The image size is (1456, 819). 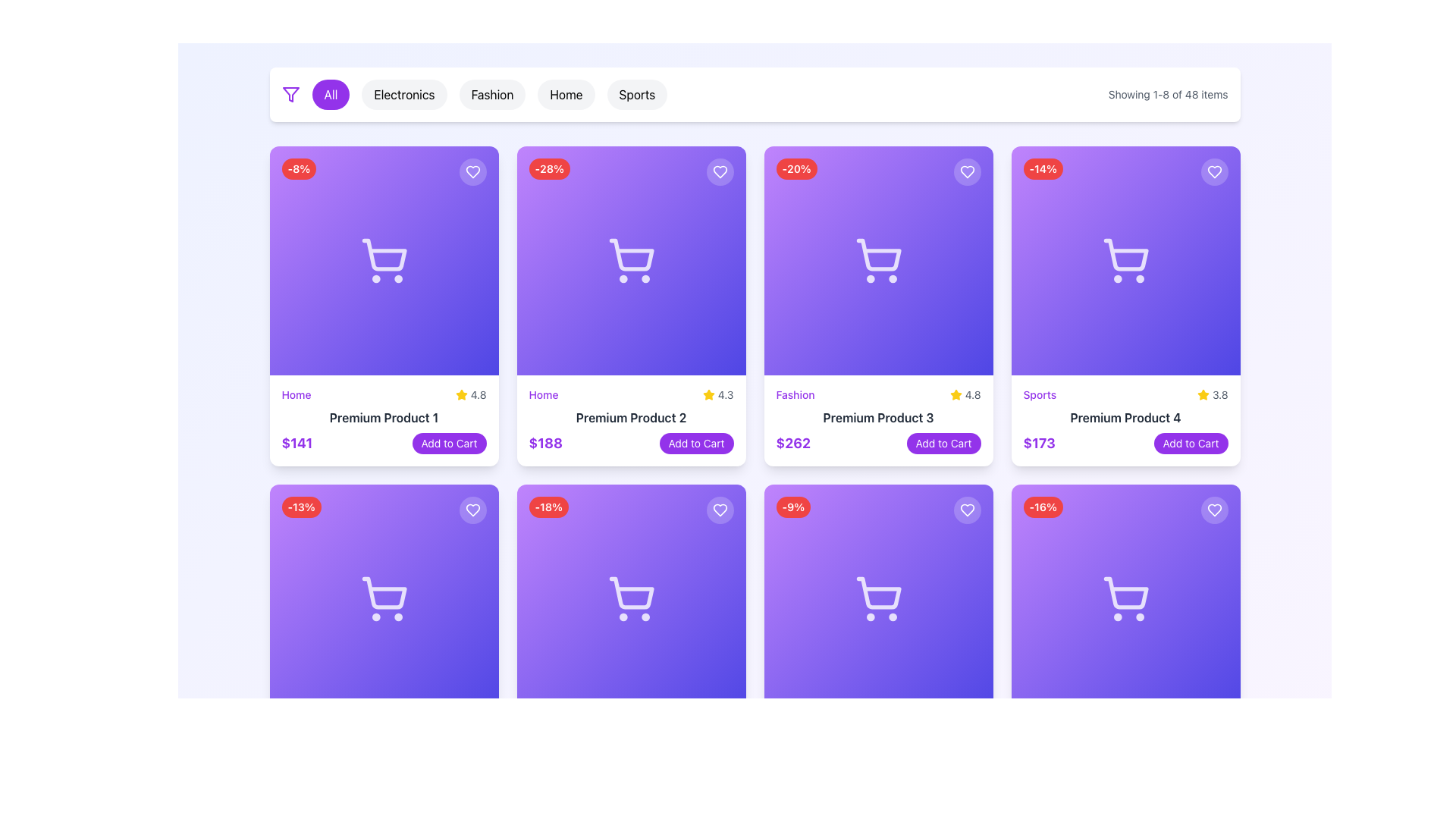 I want to click on the vector graphic component representing the basket area of the shopping cart icon located in the second row and second column of the grid layout, so click(x=631, y=592).